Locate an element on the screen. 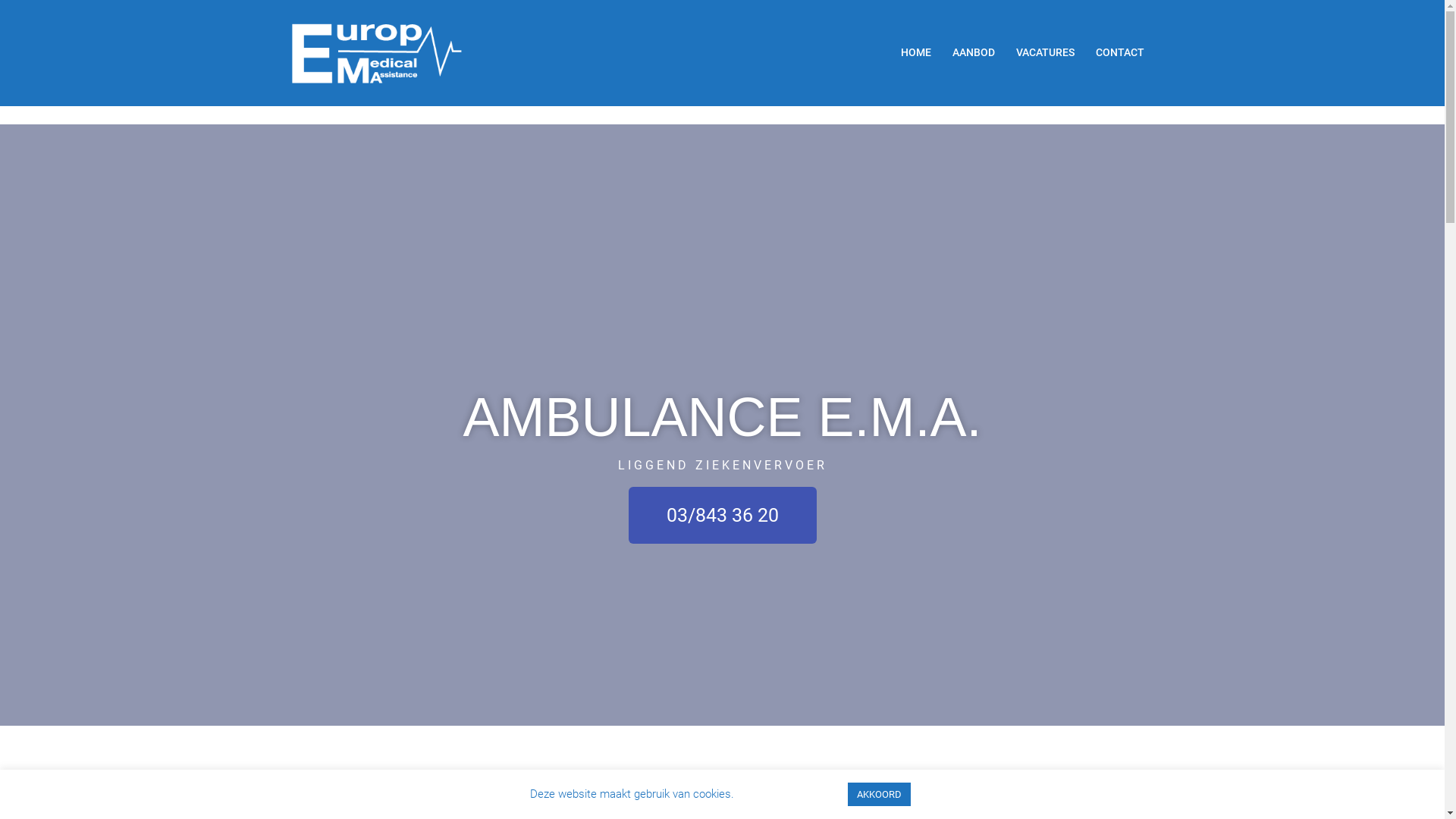  'AMBULANCE E.M.A.' is located at coordinates (290, 51).